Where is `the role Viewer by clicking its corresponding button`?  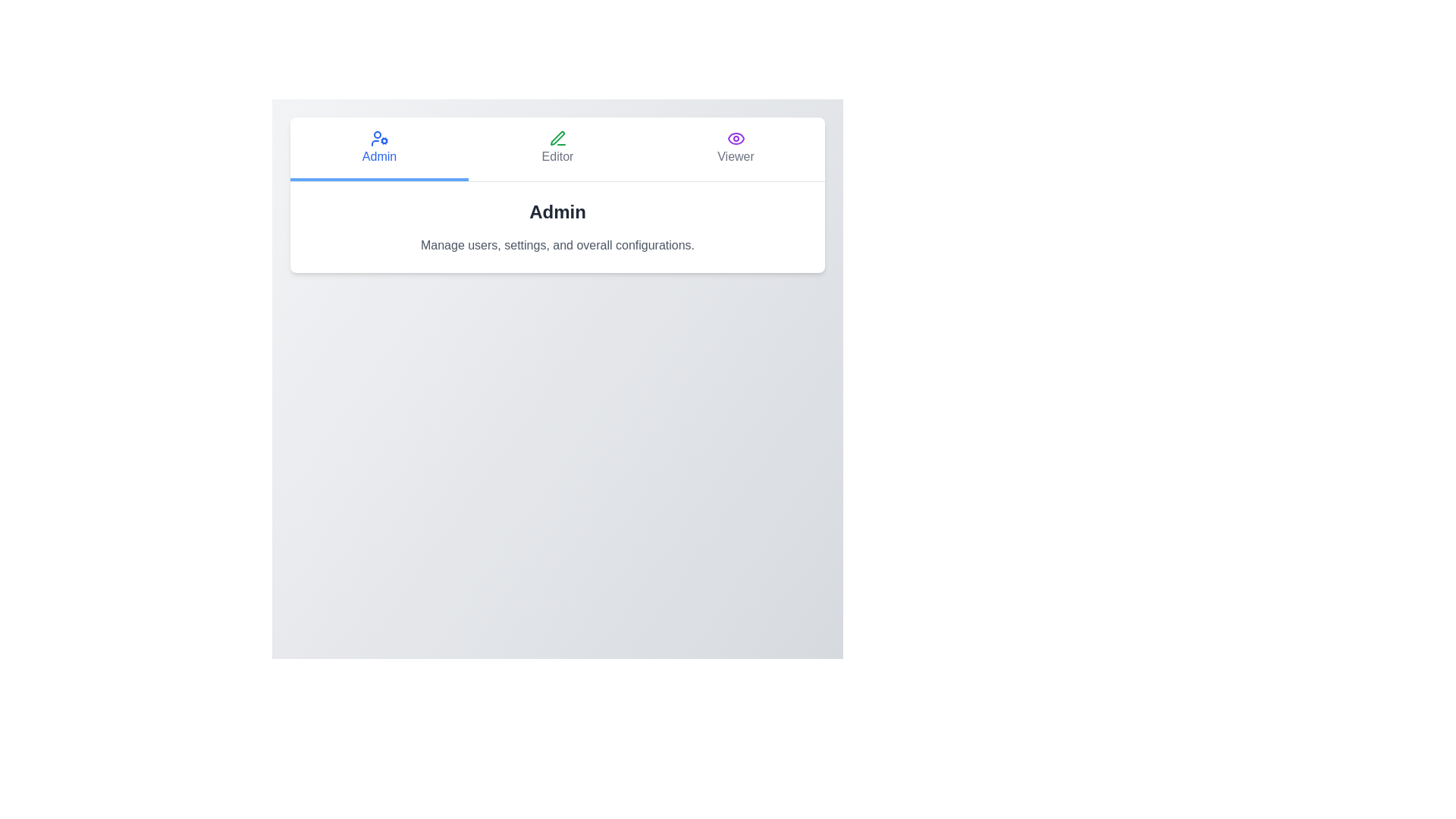
the role Viewer by clicking its corresponding button is located at coordinates (736, 149).